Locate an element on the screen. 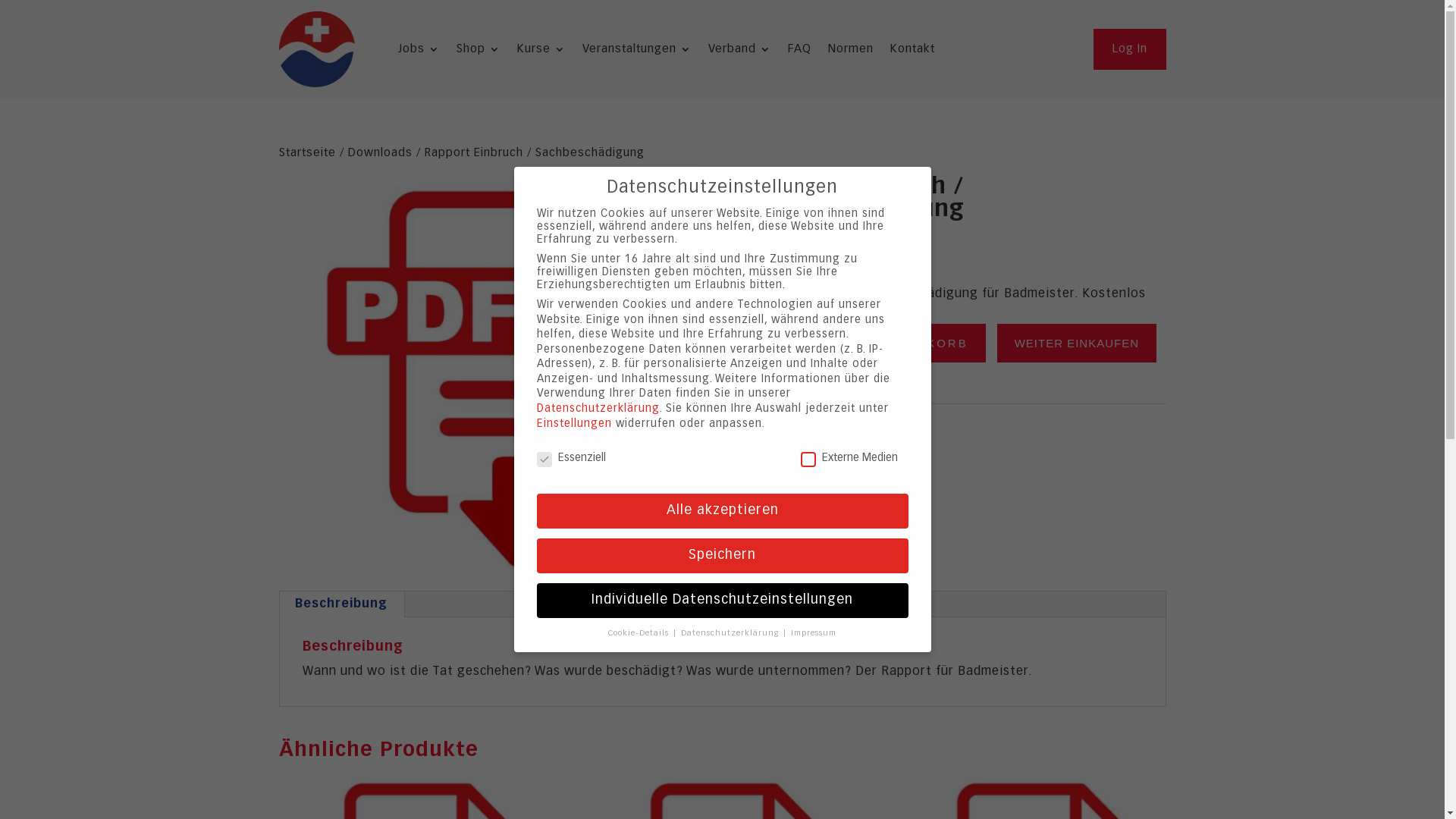 This screenshot has width=1456, height=819. 'Kurse' is located at coordinates (541, 52).